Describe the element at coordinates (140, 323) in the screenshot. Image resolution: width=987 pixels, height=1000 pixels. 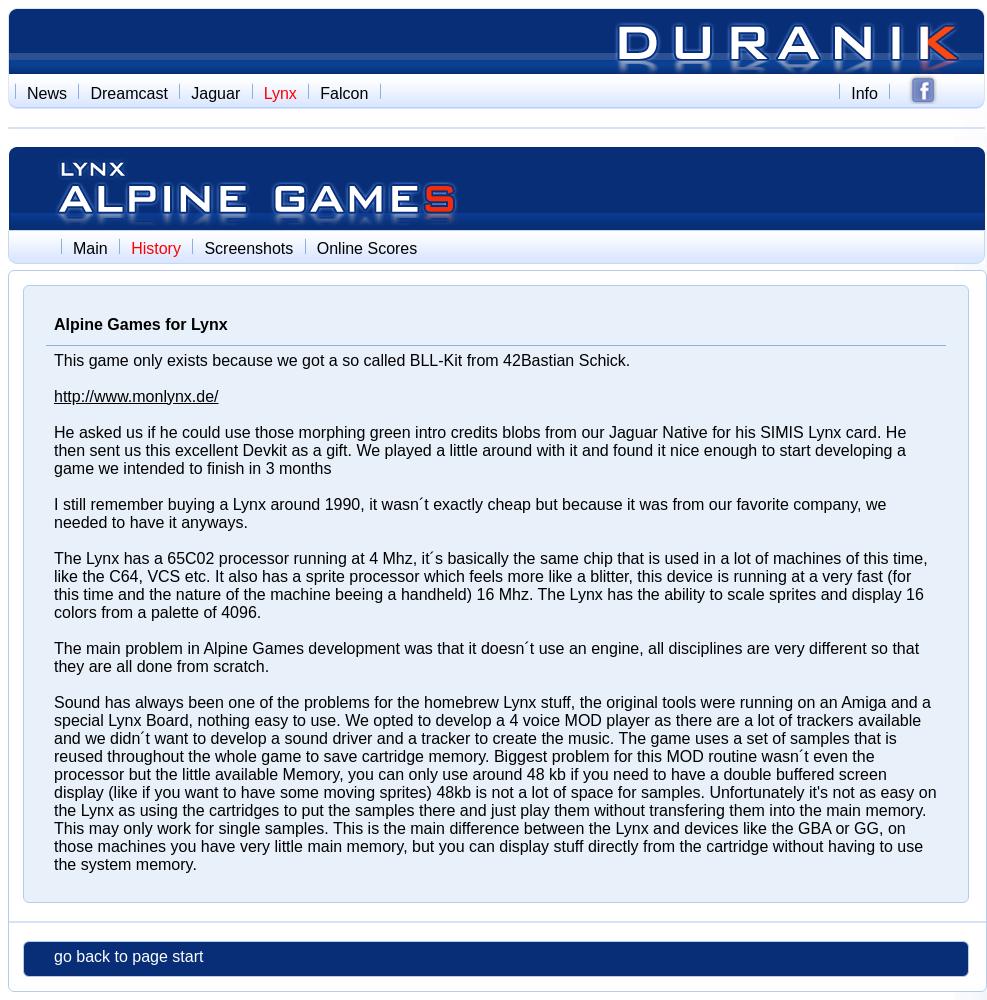
I see `'Alpine Games for Lynx'` at that location.